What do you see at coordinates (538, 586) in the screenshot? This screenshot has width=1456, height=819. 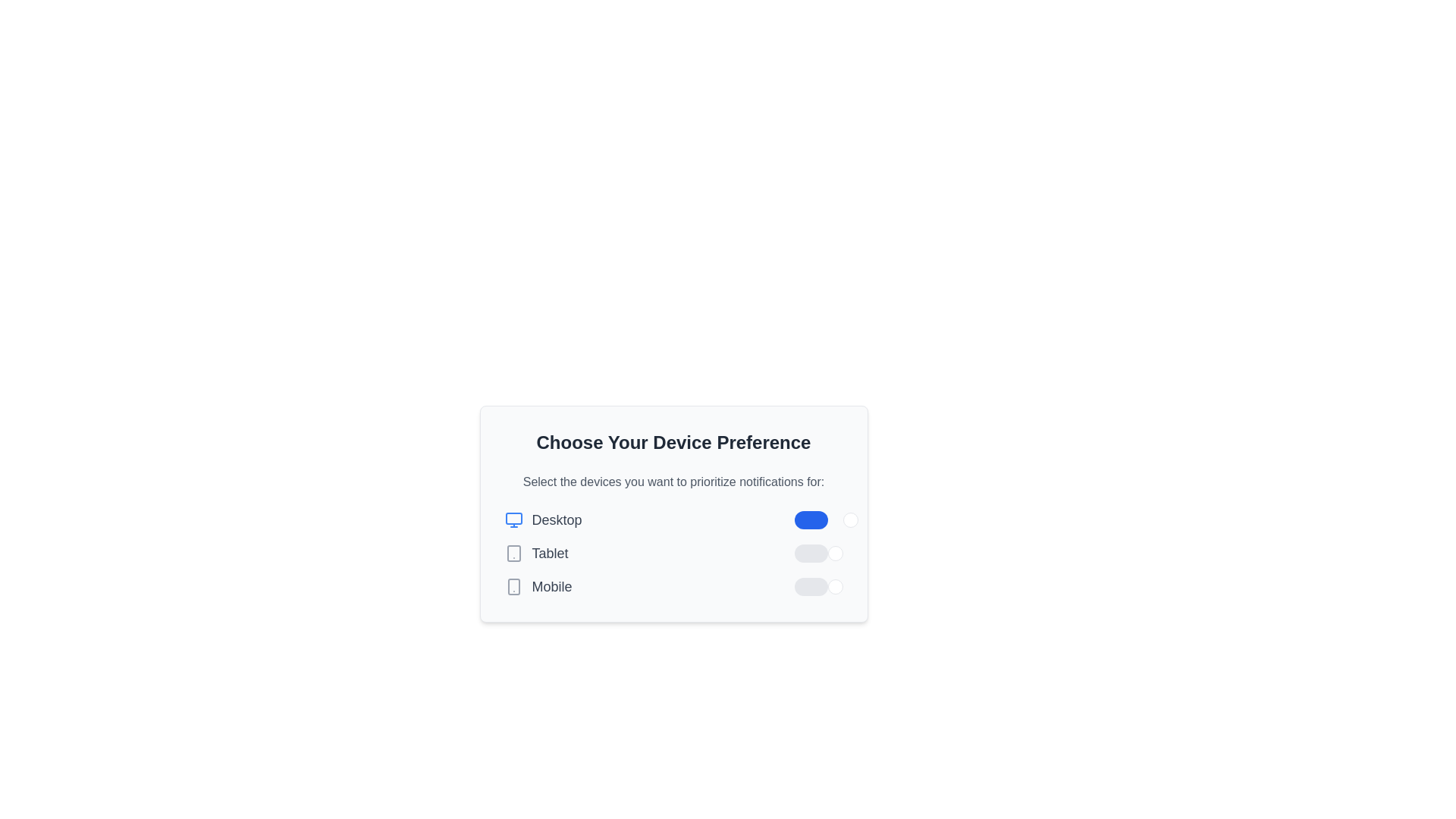 I see `the Label with icon displaying a smartphone icon and the word 'Mobile', which is the third item in the list under 'Choose Your Device Preference'` at bounding box center [538, 586].